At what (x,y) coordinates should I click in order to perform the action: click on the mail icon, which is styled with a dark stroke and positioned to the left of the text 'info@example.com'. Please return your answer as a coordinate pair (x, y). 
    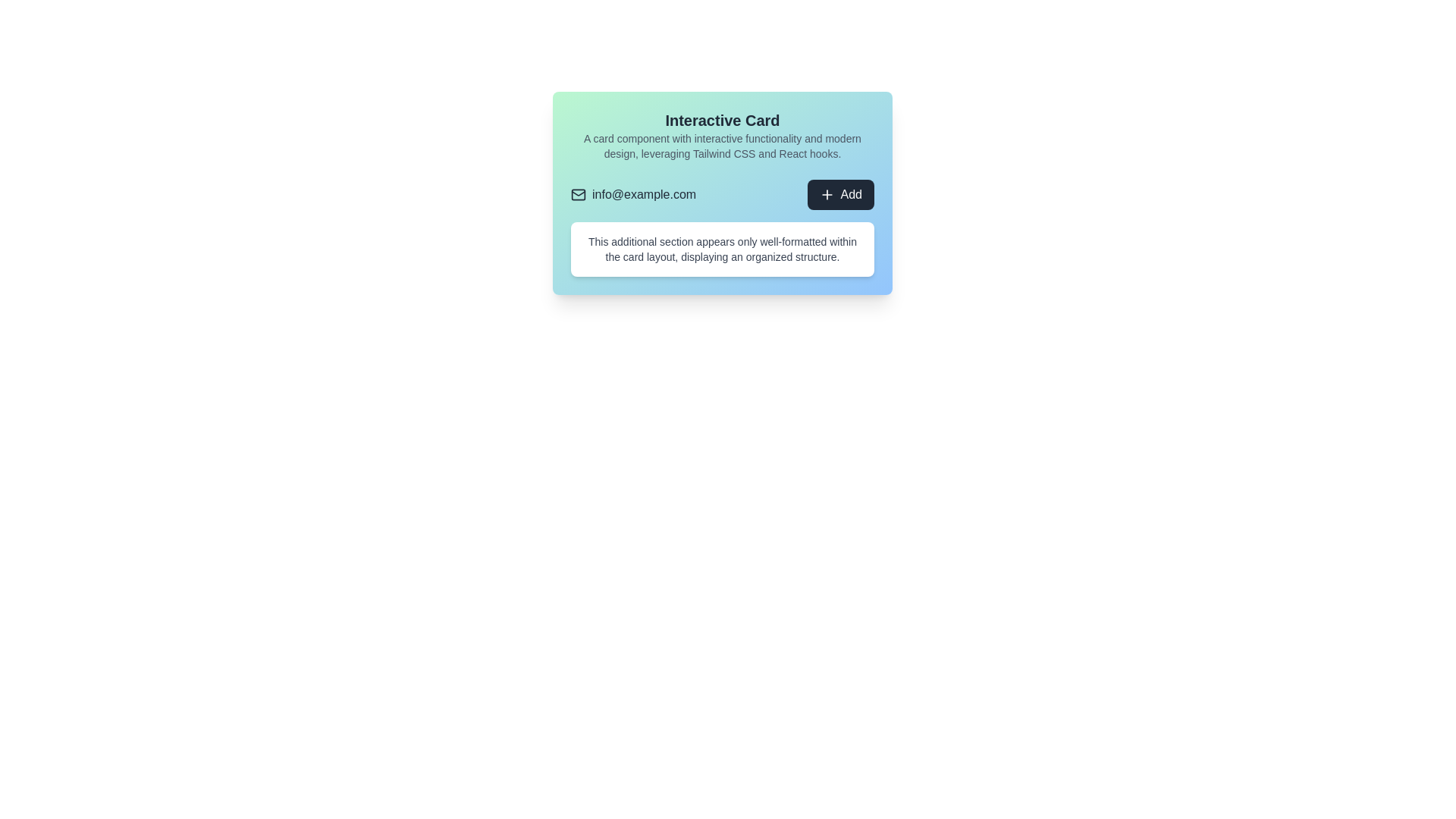
    Looking at the image, I should click on (578, 194).